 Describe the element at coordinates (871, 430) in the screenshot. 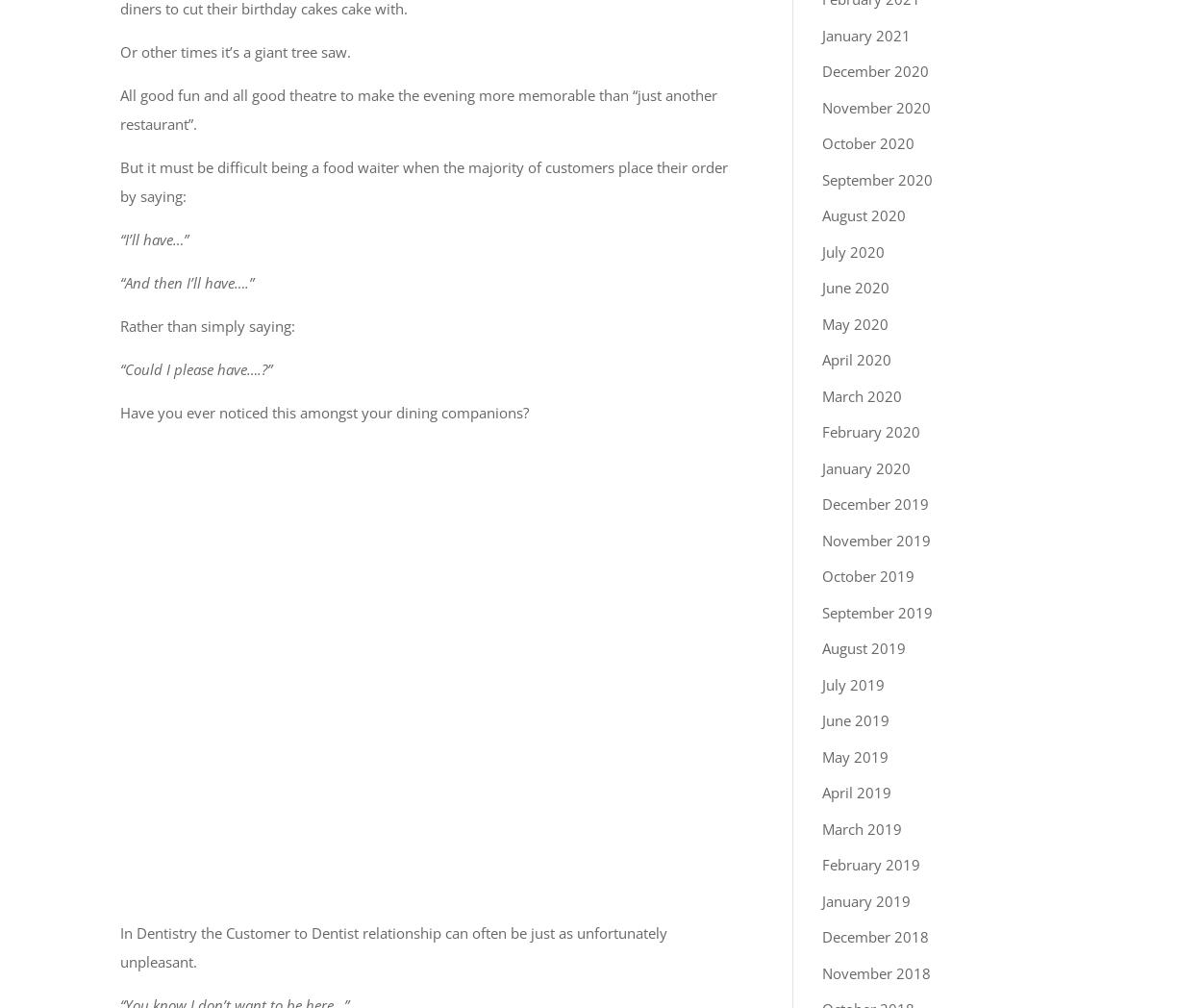

I see `'February 2020'` at that location.